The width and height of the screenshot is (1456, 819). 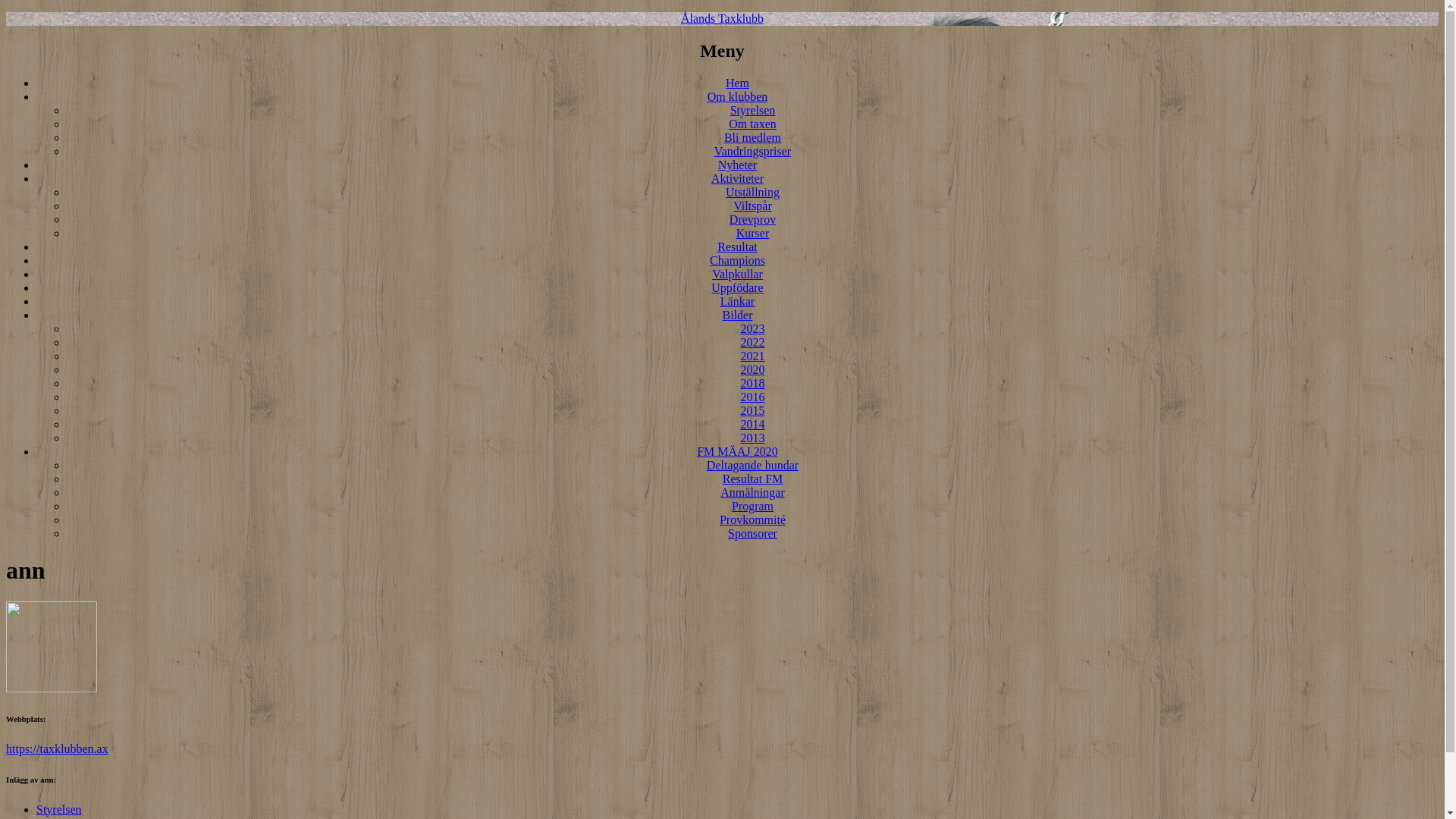 What do you see at coordinates (736, 246) in the screenshot?
I see `'Resultat'` at bounding box center [736, 246].